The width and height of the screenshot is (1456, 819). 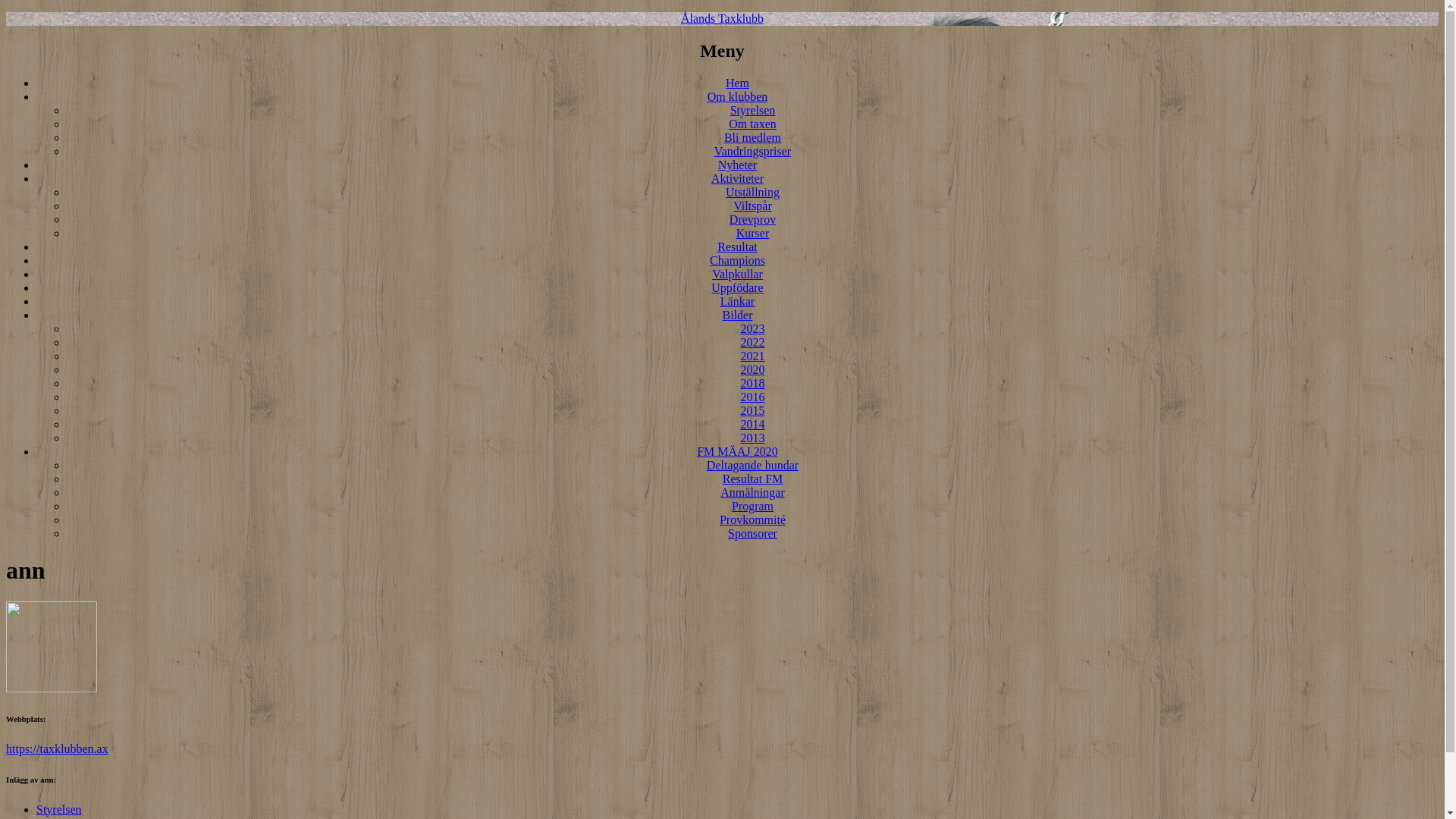 What do you see at coordinates (736, 246) in the screenshot?
I see `'Resultat'` at bounding box center [736, 246].